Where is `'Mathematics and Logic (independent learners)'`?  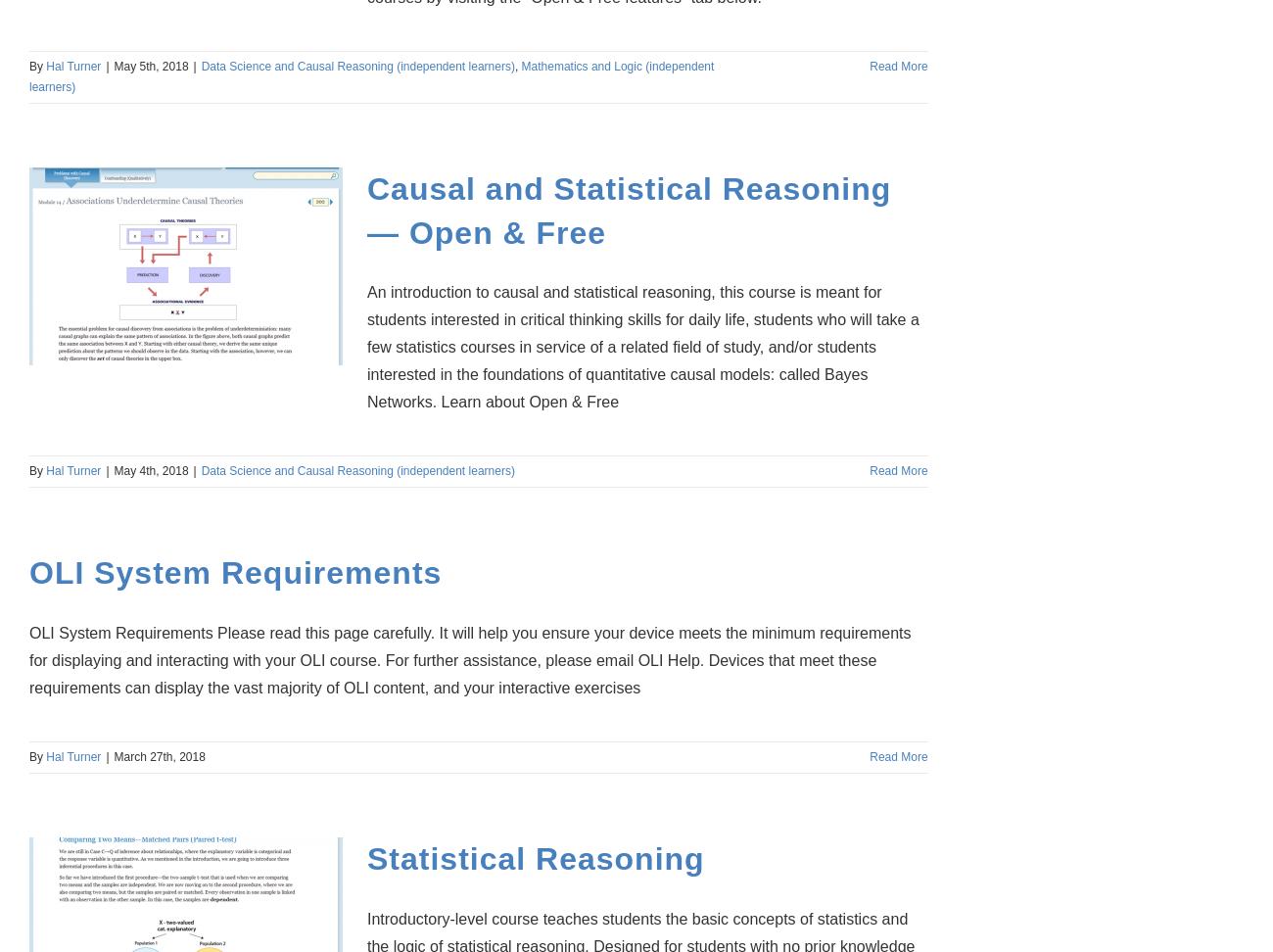 'Mathematics and Logic (independent learners)' is located at coordinates (370, 74).